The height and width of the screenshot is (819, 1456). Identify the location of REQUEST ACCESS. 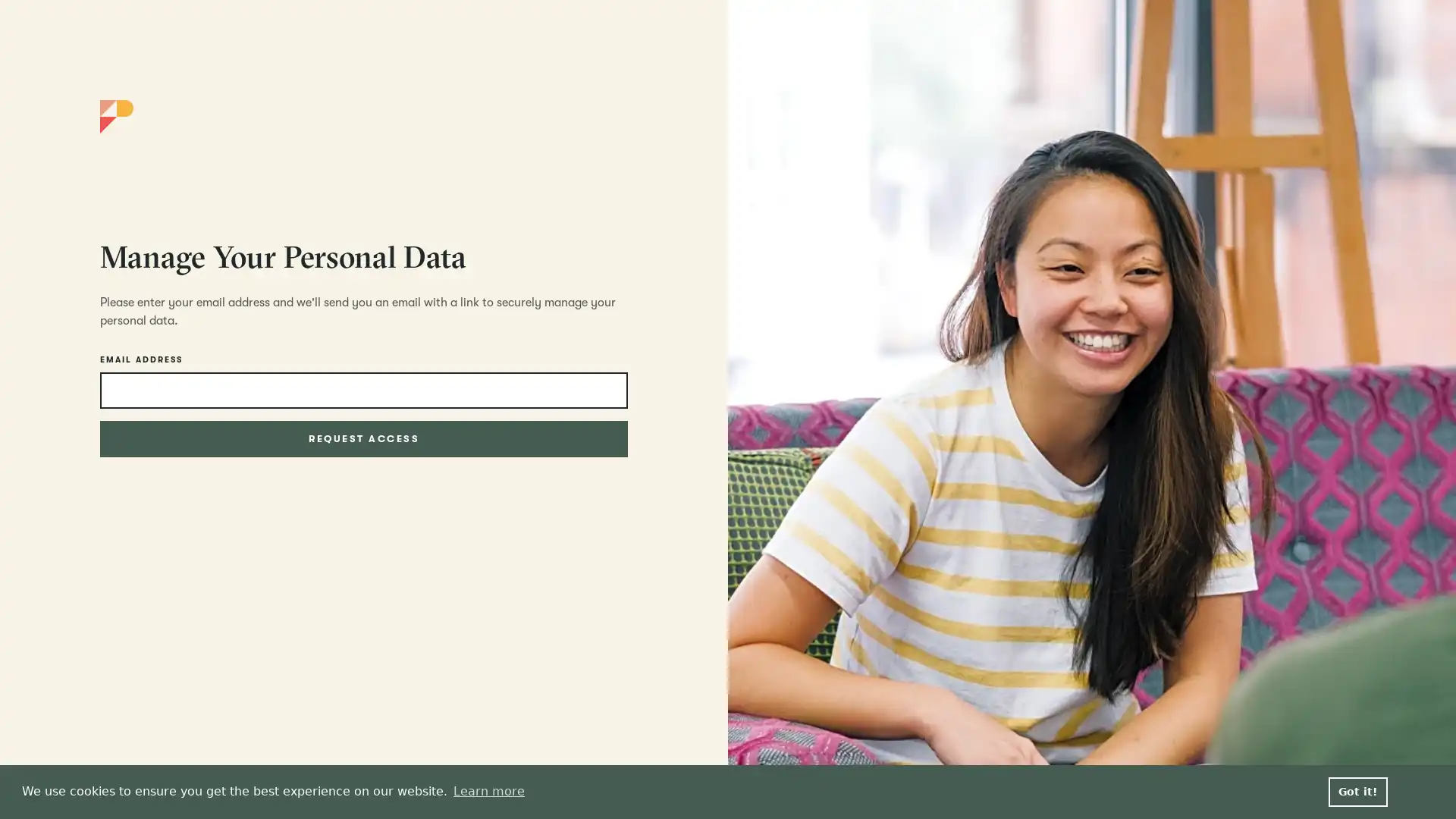
(362, 438).